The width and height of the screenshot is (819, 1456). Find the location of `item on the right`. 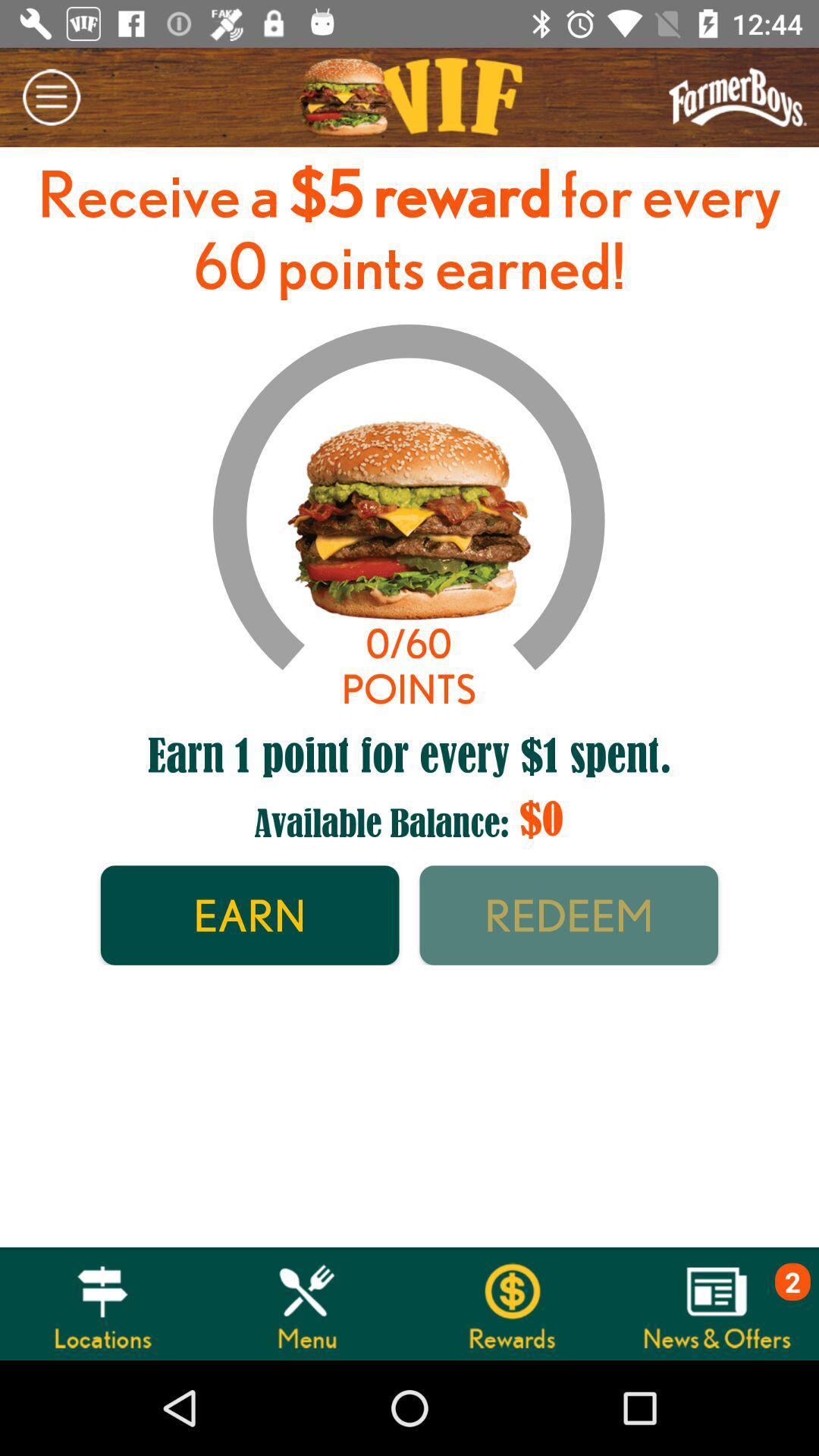

item on the right is located at coordinates (569, 915).